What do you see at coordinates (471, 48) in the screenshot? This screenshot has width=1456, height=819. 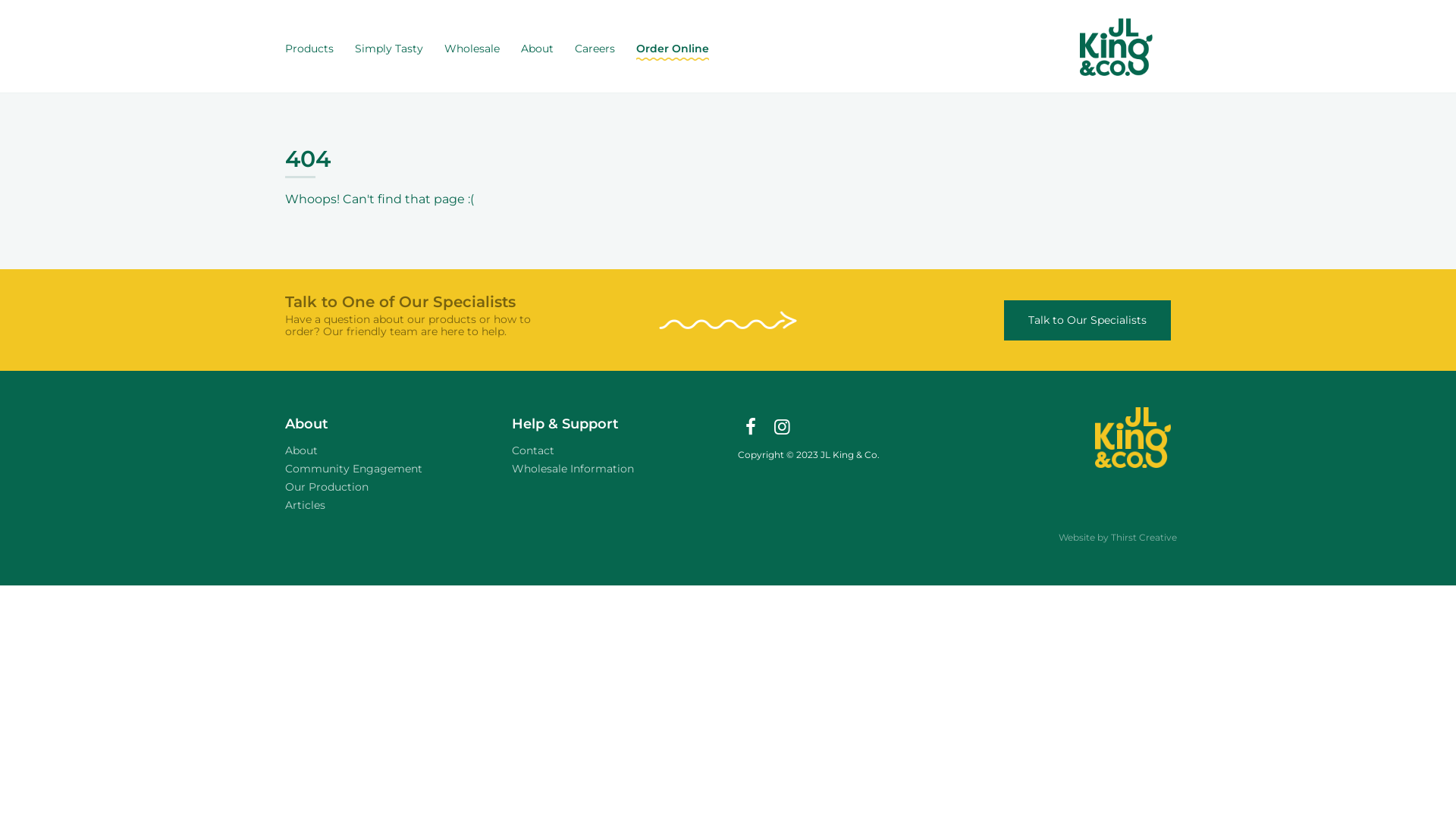 I see `'Wholesale'` at bounding box center [471, 48].